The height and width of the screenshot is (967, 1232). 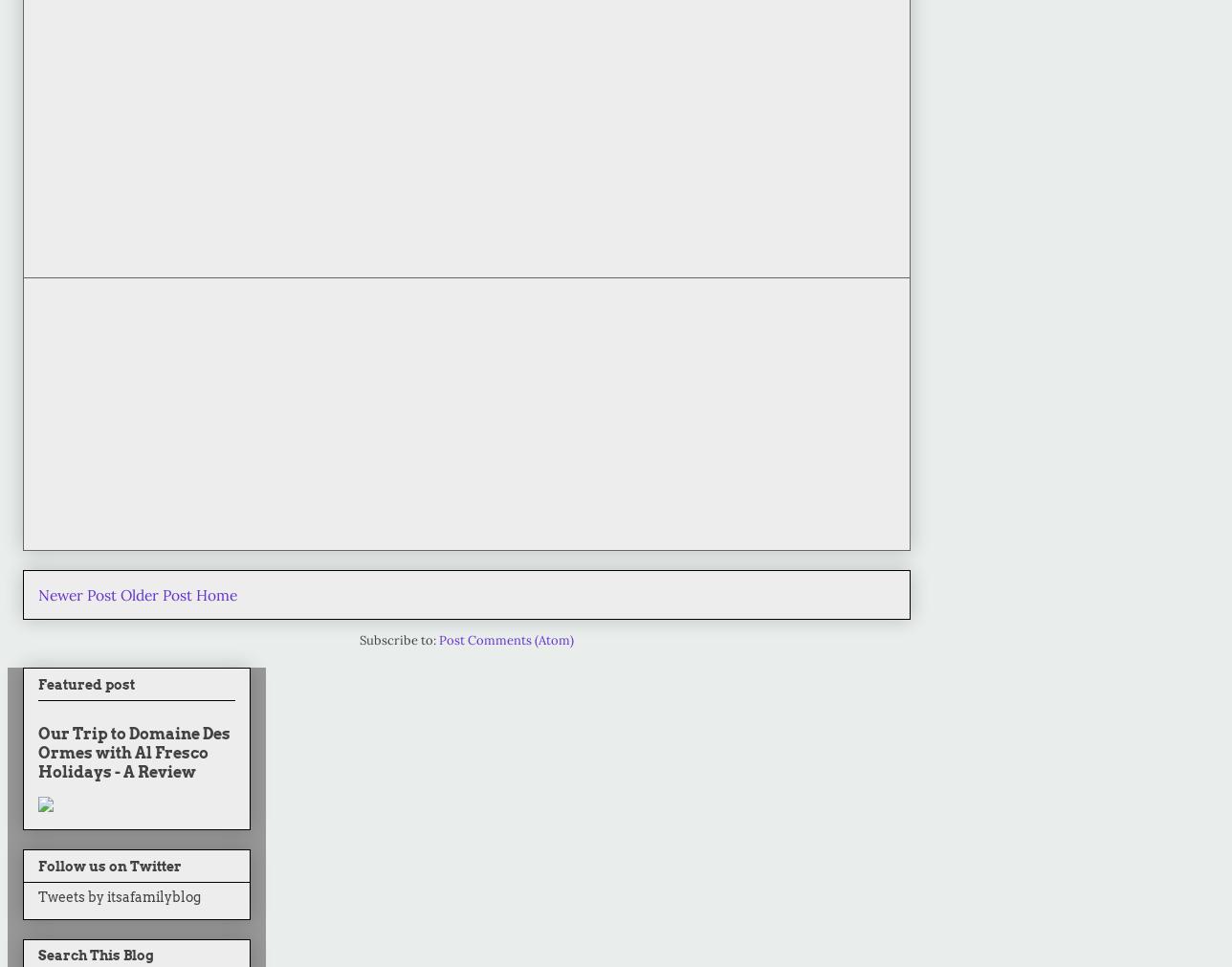 I want to click on 'Tweets by itsafamilyblog', so click(x=119, y=895).